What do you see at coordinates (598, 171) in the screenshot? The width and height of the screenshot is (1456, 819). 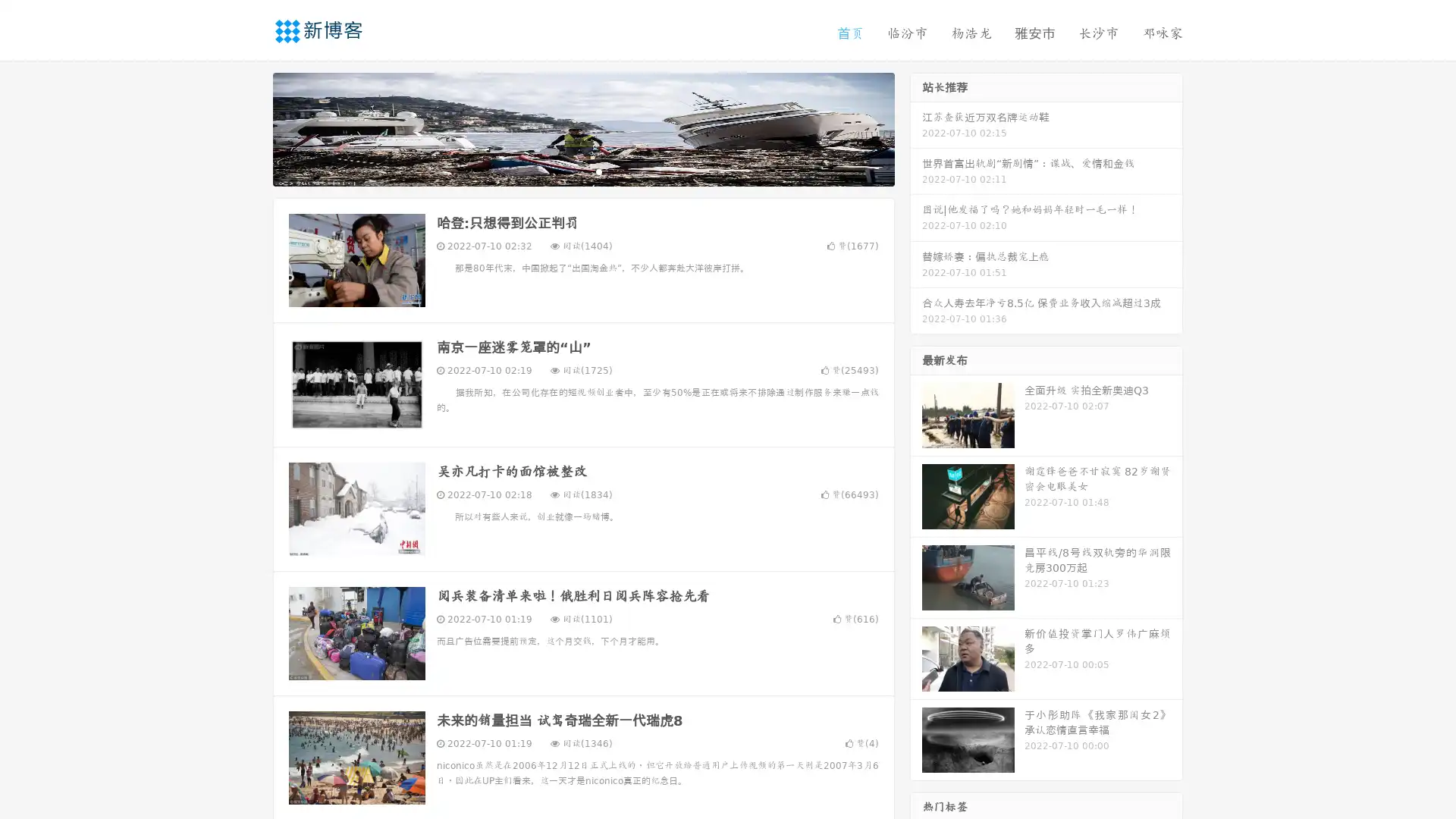 I see `Go to slide 3` at bounding box center [598, 171].